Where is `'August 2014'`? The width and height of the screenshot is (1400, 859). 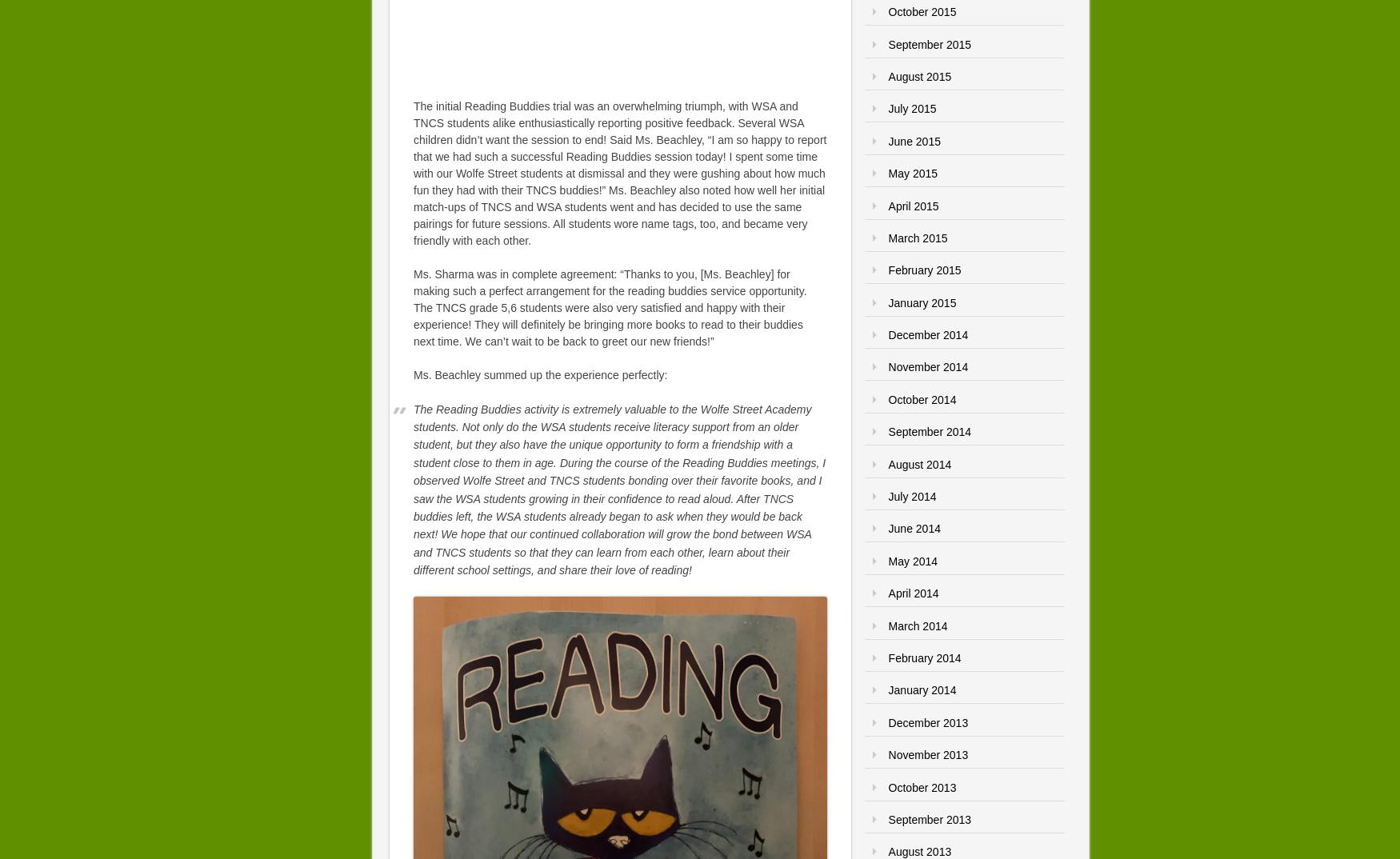
'August 2014' is located at coordinates (918, 462).